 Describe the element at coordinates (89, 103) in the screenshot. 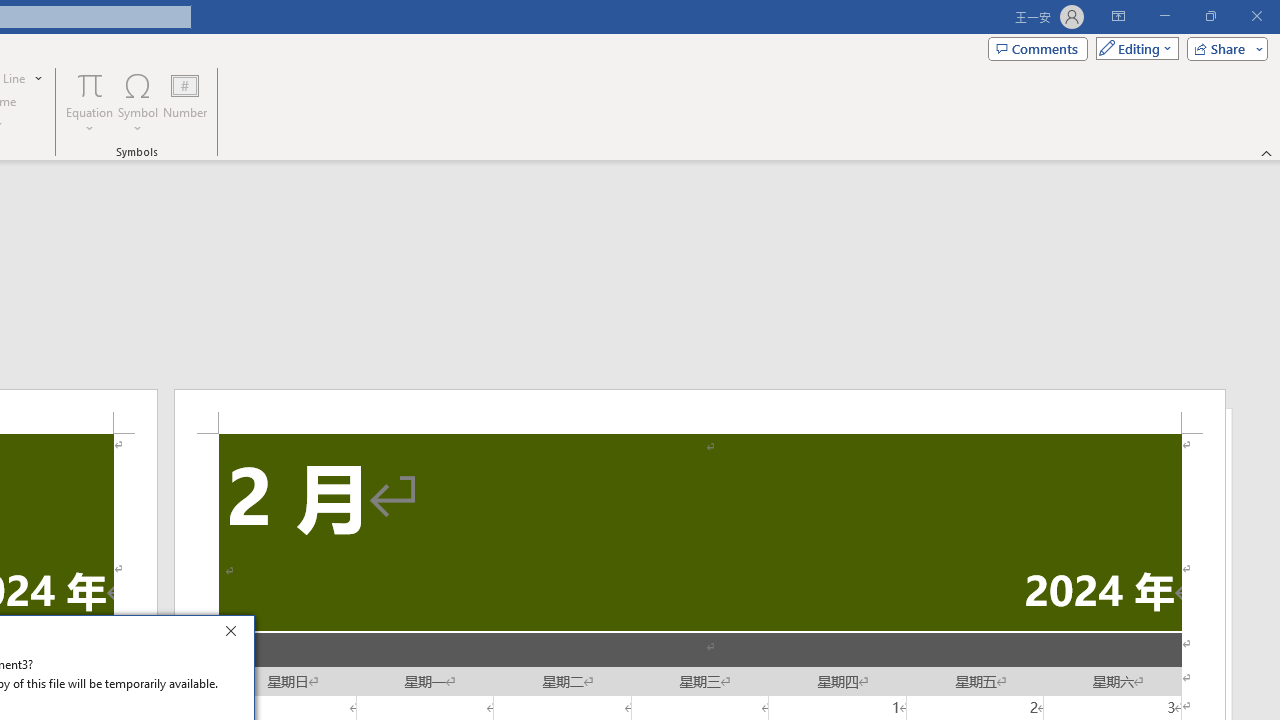

I see `'Equation'` at that location.